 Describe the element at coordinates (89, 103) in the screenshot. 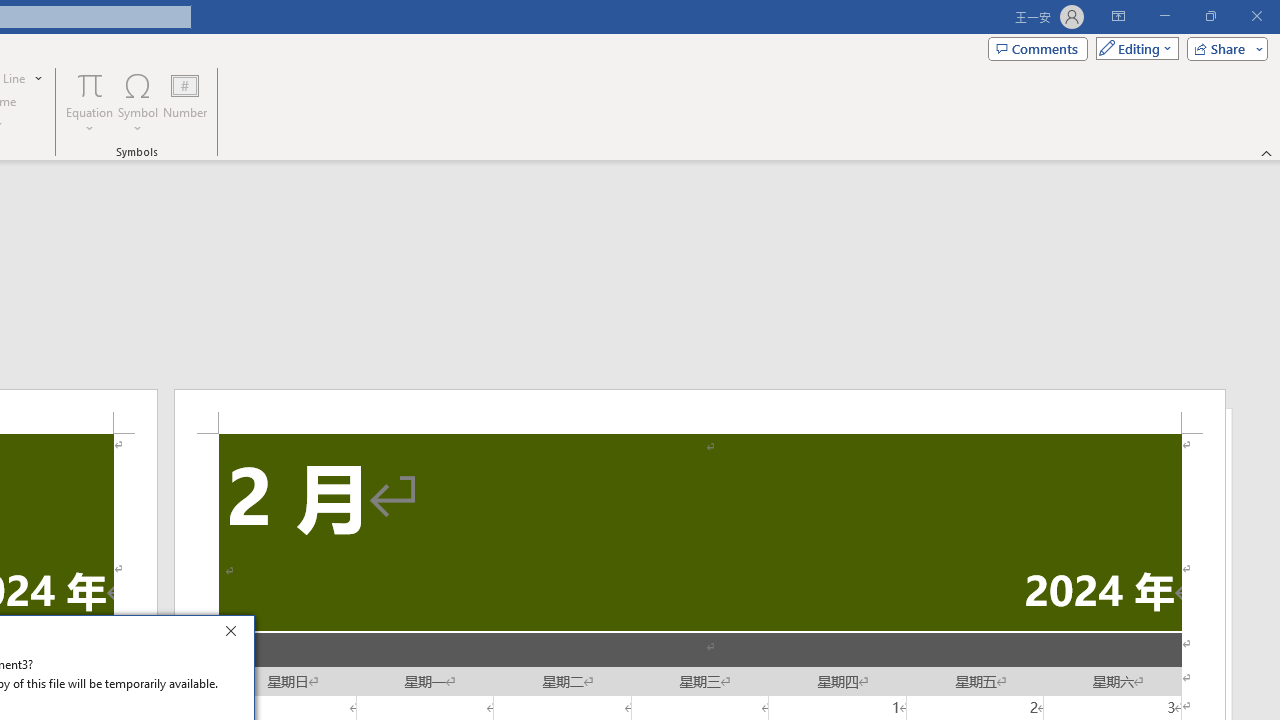

I see `'Equation'` at that location.